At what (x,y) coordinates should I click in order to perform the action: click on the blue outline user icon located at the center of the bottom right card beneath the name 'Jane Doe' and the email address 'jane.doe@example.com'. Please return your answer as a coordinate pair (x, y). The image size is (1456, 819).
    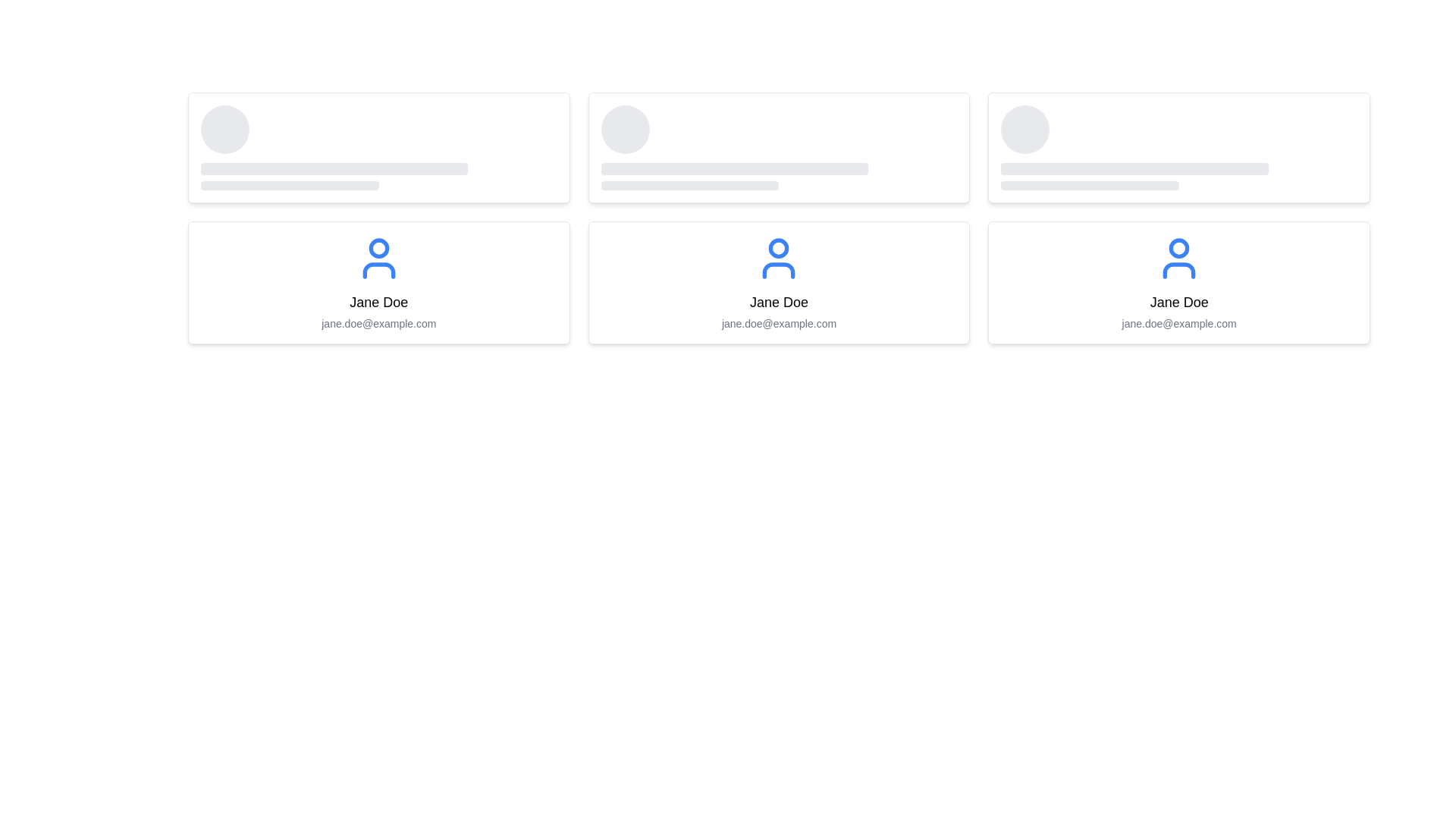
    Looking at the image, I should click on (1178, 257).